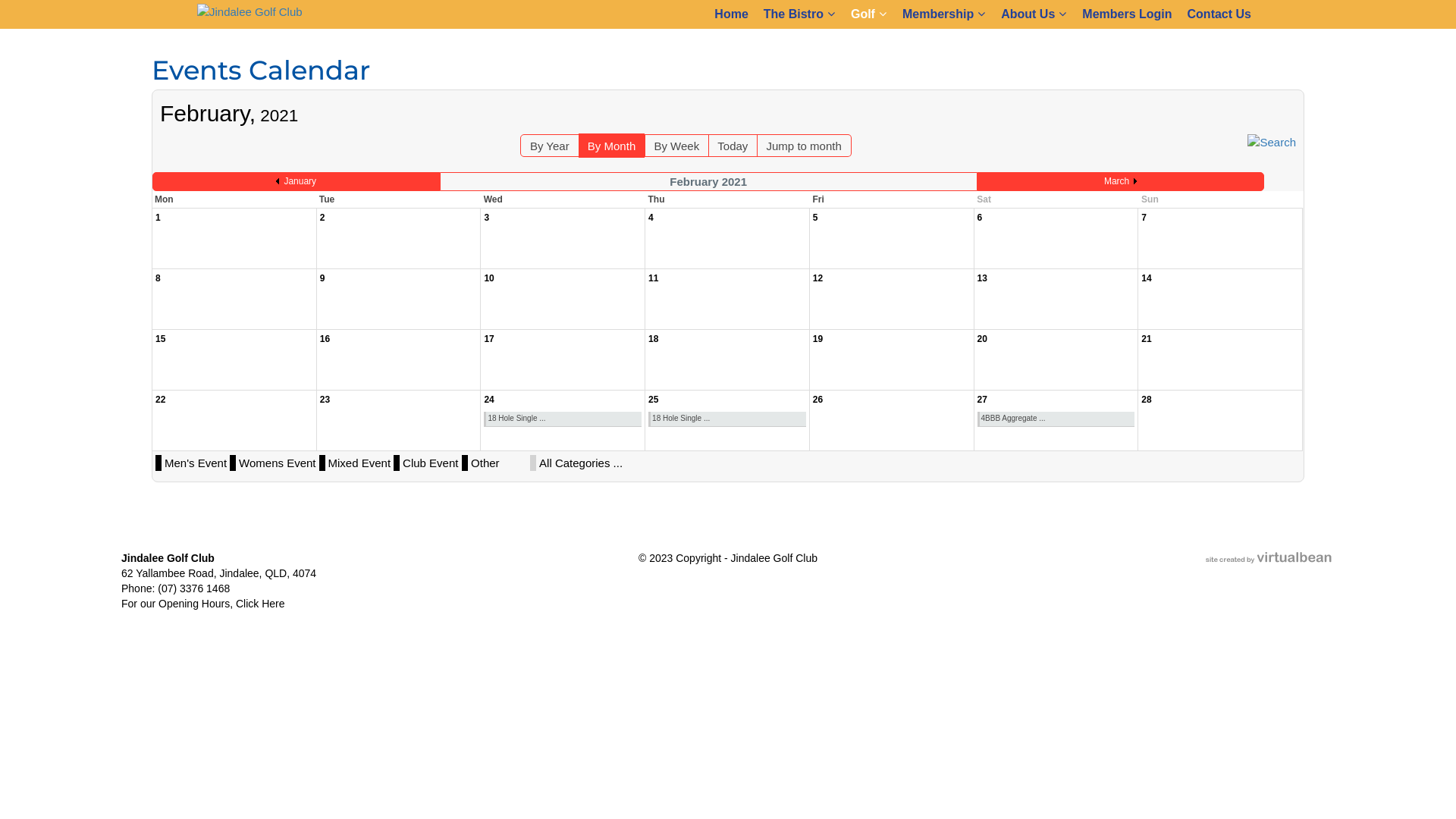 The image size is (1456, 819). Describe the element at coordinates (1271, 141) in the screenshot. I see `'Search'` at that location.